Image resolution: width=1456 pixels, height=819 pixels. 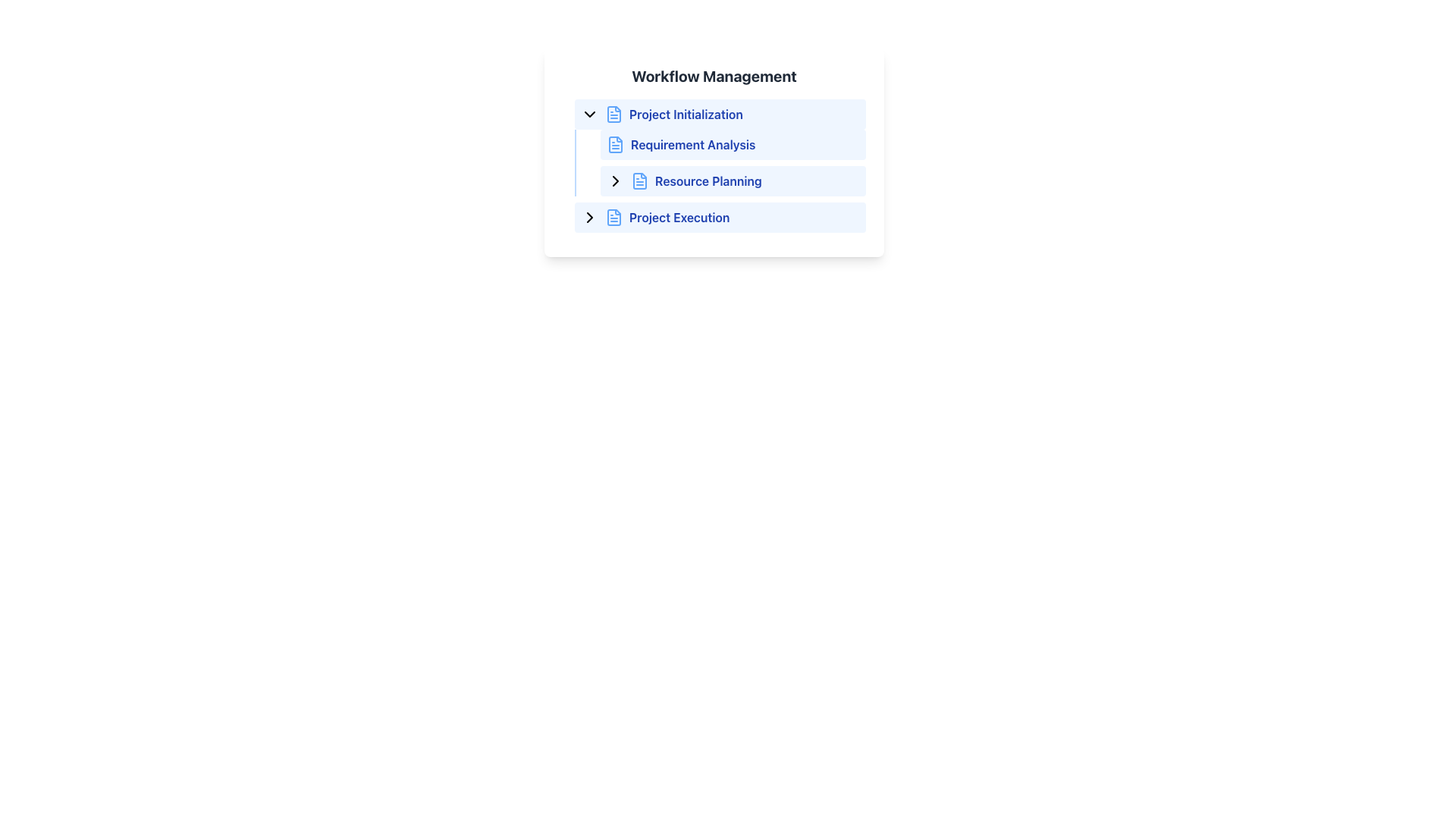 I want to click on the 'Project Initialization' button, which is a light blue rounded bar with a document icon and bold blue text, so click(x=720, y=113).